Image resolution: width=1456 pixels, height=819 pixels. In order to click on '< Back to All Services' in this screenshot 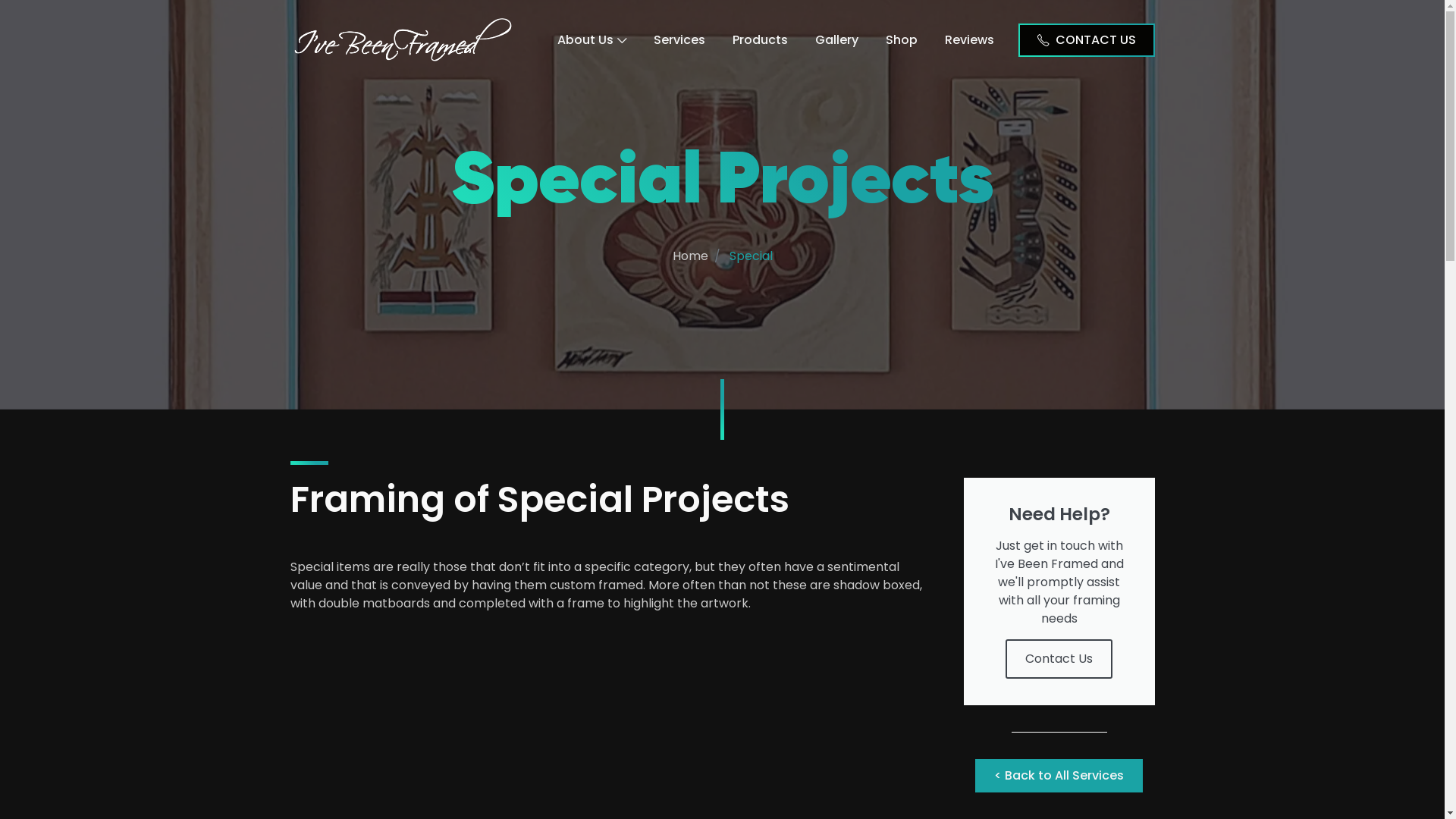, I will do `click(975, 775)`.